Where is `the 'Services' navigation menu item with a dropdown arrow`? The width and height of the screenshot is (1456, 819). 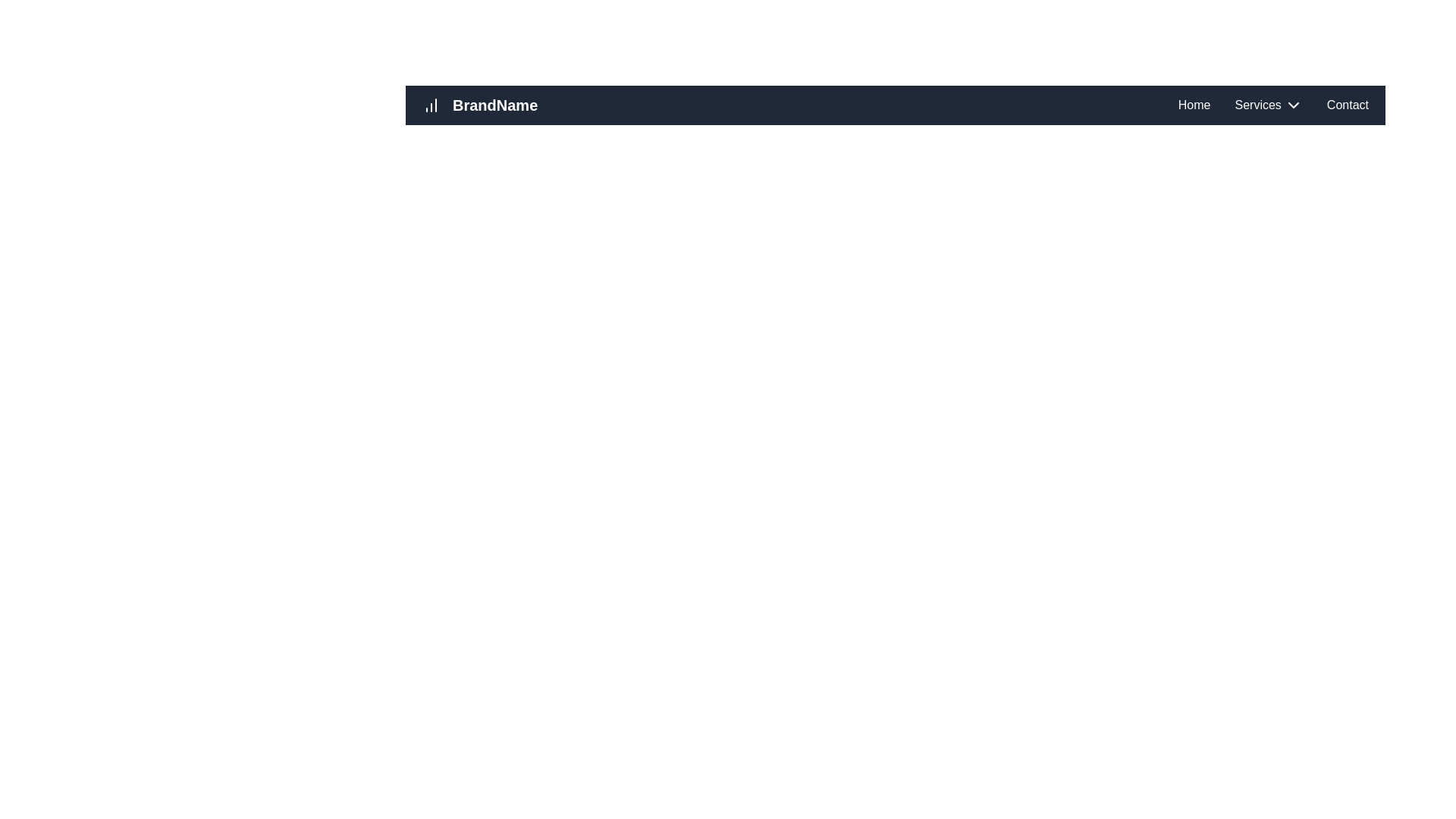
the 'Services' navigation menu item with a dropdown arrow is located at coordinates (1269, 104).